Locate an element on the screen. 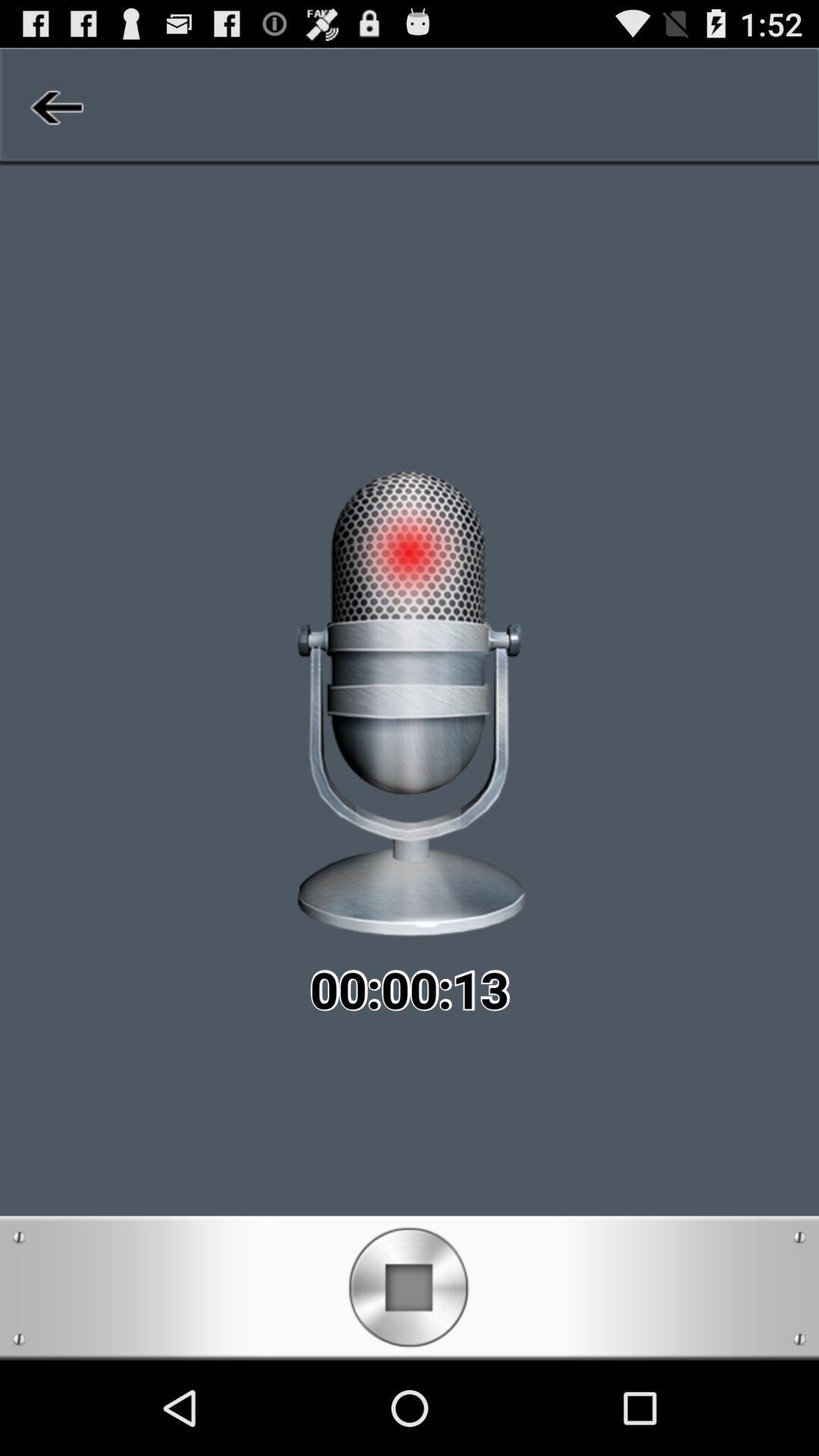  icon below the 00:00:13 is located at coordinates (408, 1287).